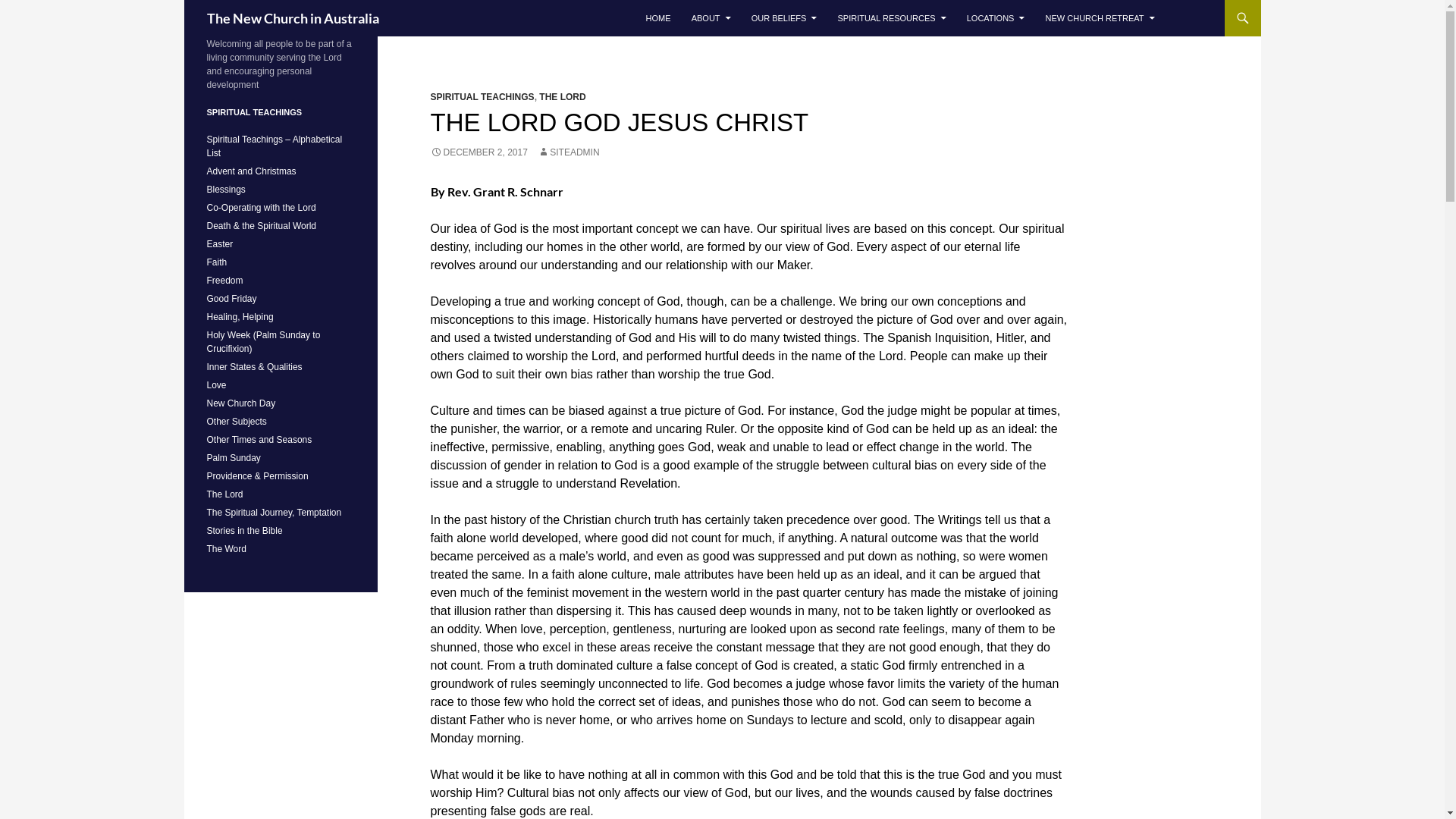 This screenshot has width=1456, height=819. I want to click on 'Easter', so click(218, 243).